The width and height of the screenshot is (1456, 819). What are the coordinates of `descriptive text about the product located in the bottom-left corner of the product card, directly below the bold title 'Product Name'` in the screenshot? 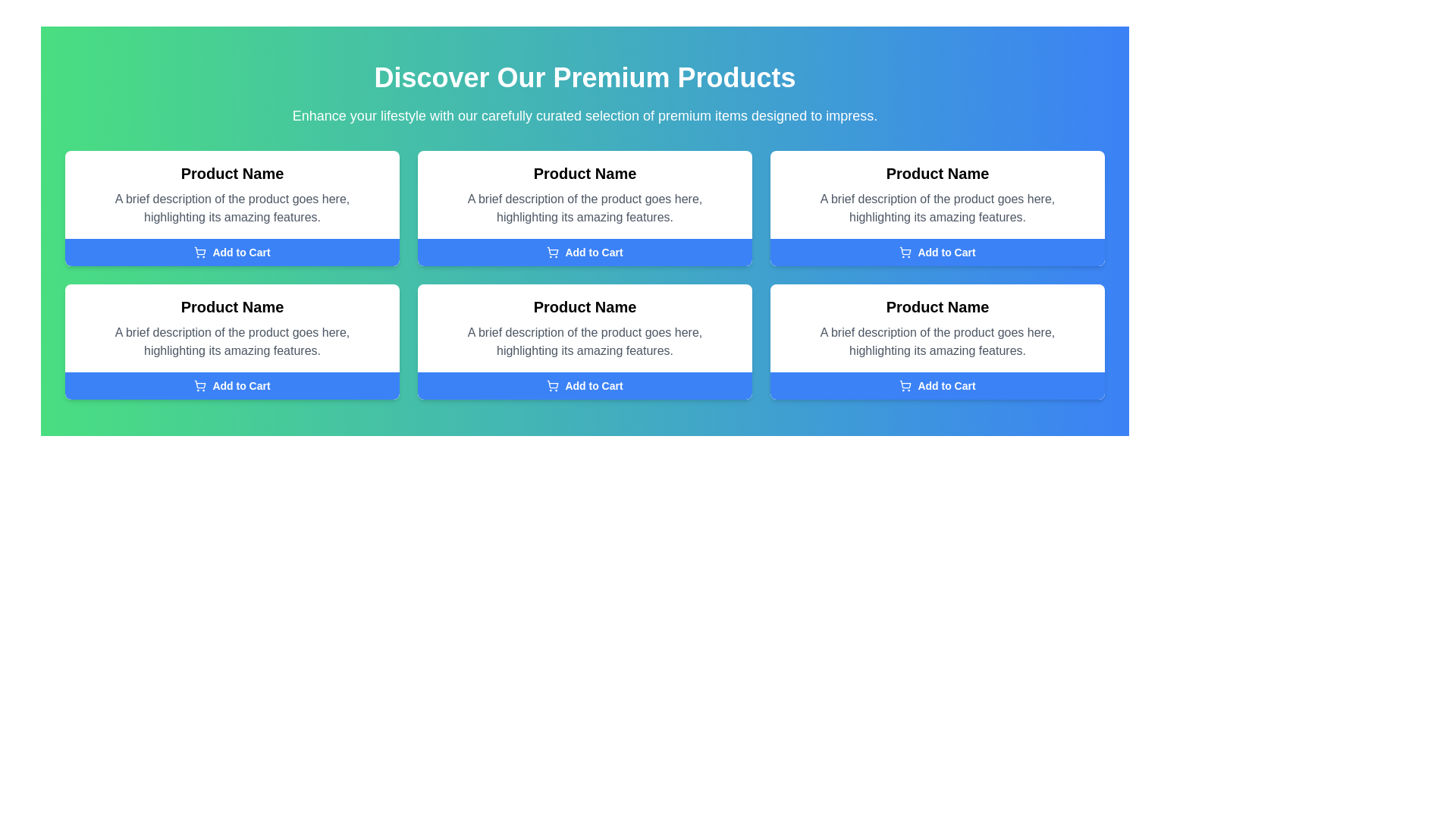 It's located at (231, 342).